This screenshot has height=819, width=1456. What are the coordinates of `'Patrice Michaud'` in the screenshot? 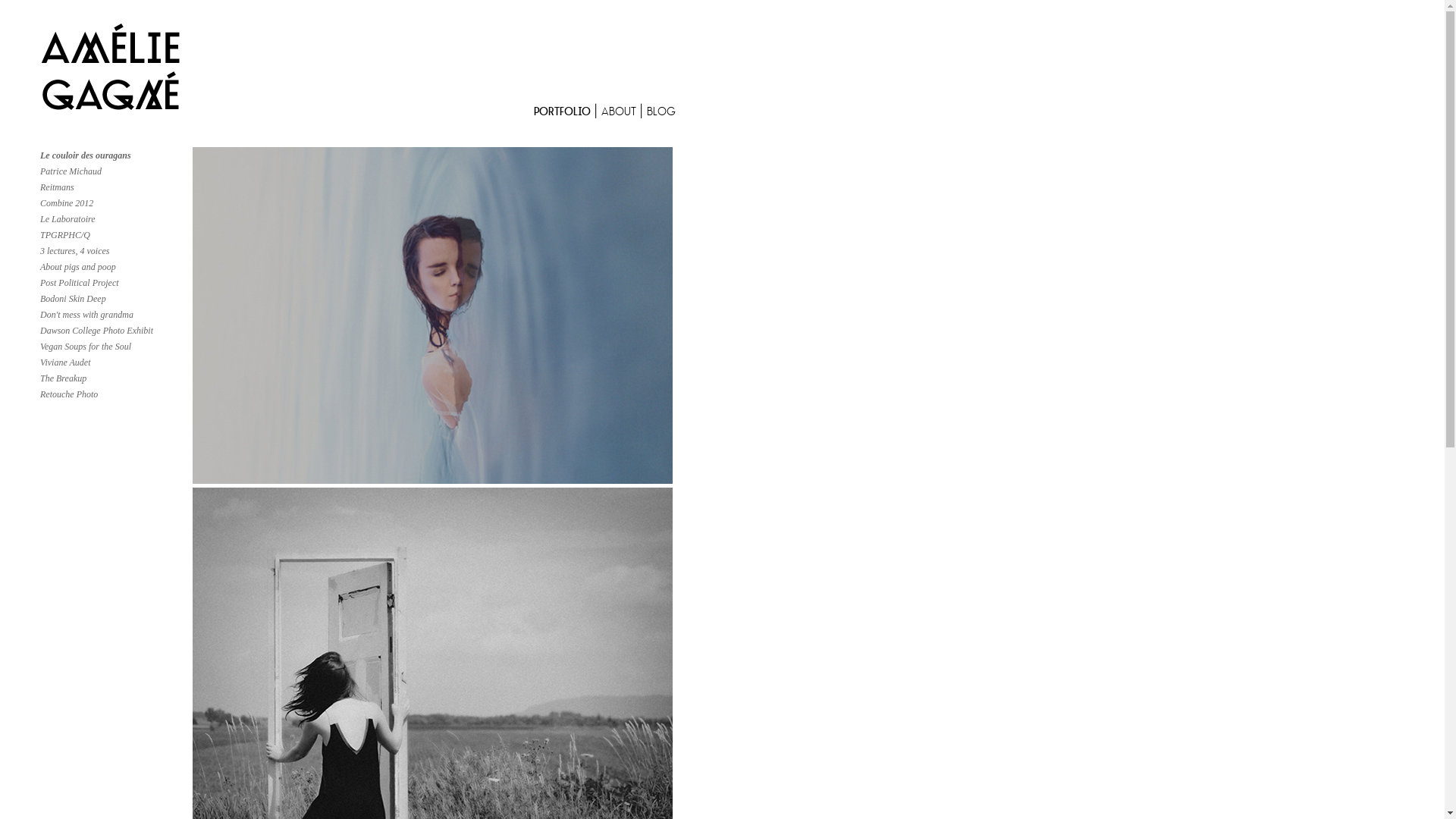 It's located at (70, 171).